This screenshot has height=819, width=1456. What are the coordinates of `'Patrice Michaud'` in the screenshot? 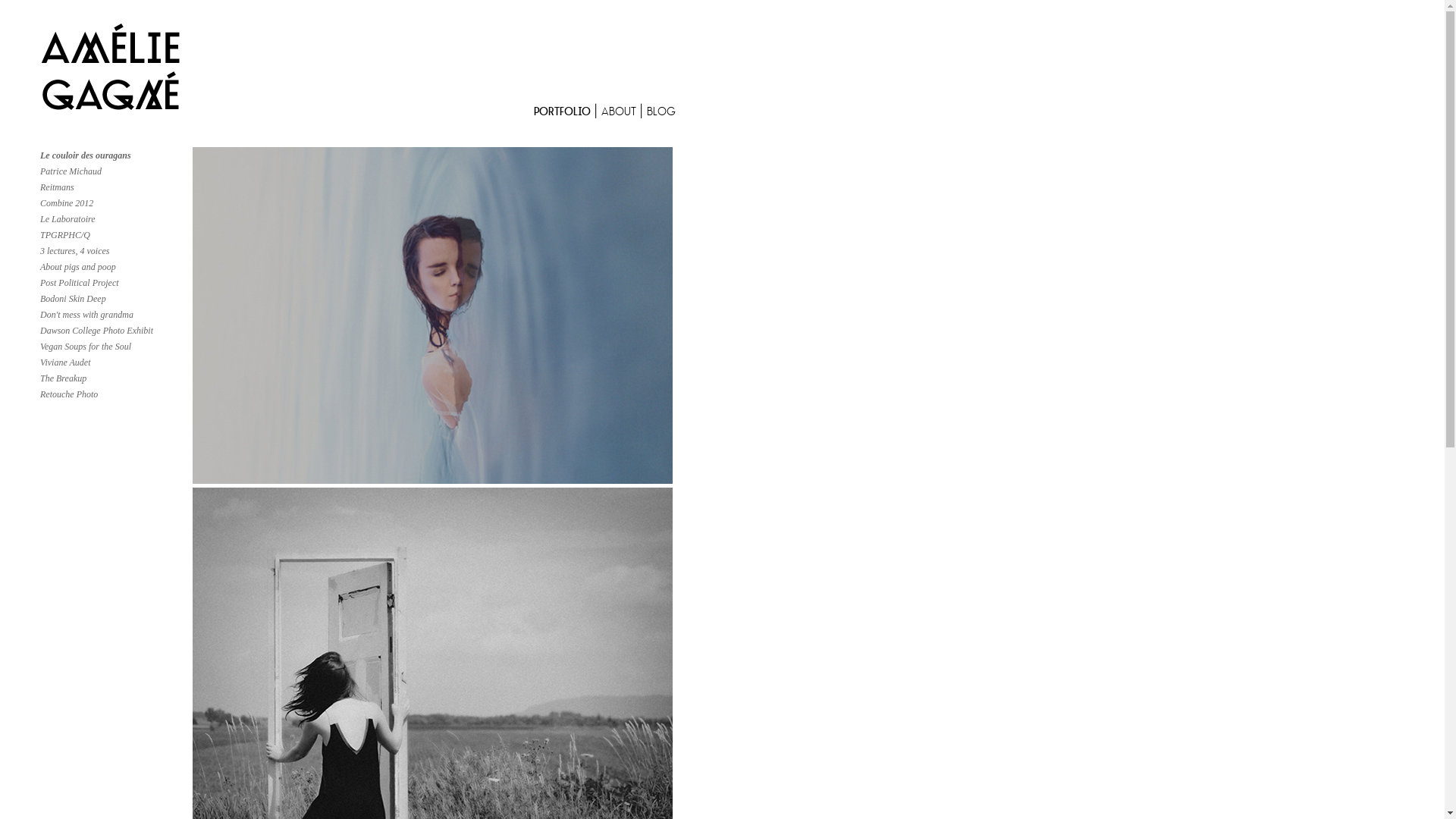 It's located at (70, 171).